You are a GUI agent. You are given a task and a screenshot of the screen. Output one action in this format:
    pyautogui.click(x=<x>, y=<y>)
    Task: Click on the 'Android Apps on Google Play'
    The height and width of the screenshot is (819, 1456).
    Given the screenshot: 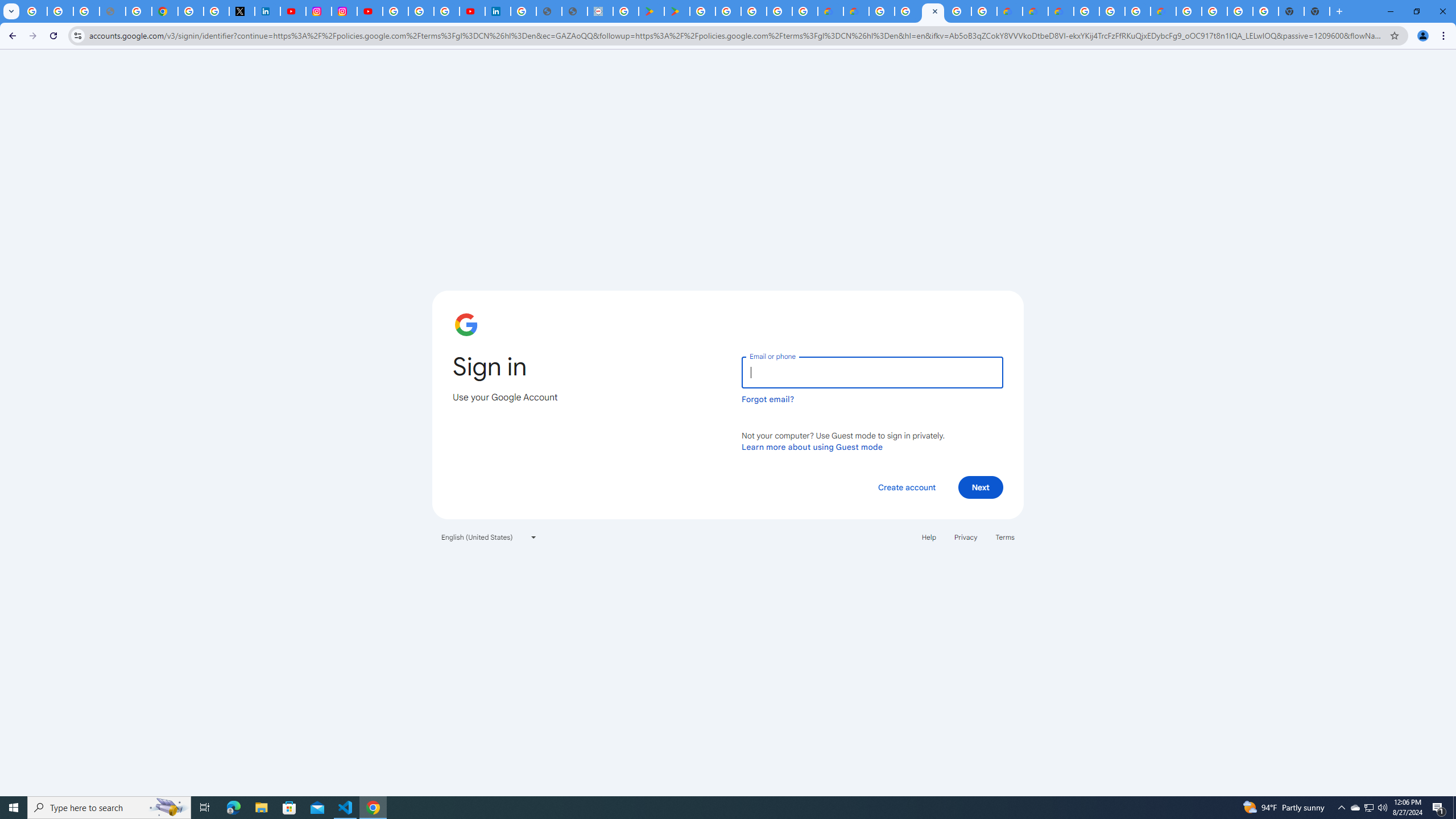 What is the action you would take?
    pyautogui.click(x=651, y=11)
    